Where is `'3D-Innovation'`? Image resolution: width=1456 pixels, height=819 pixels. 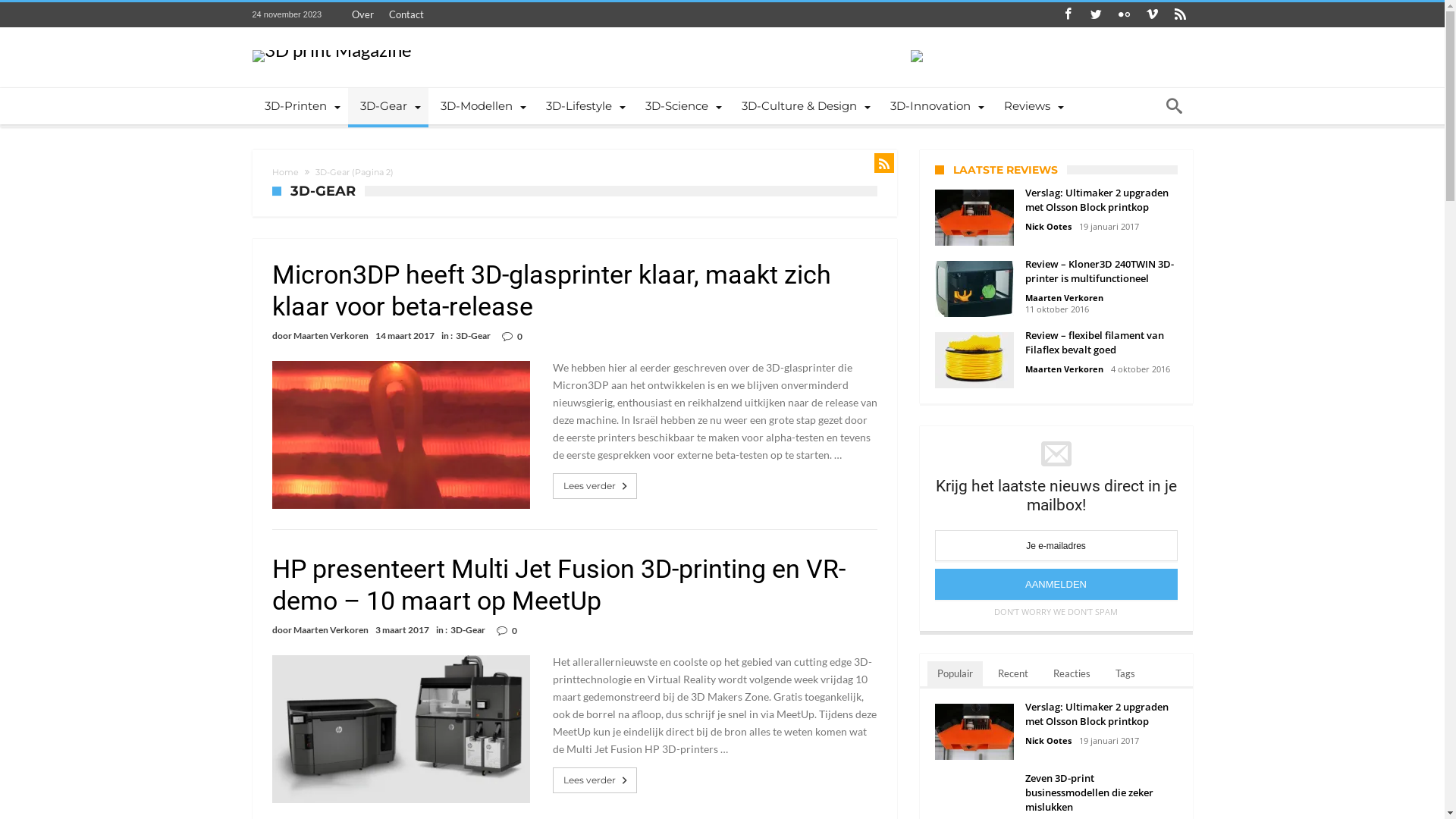 '3D-Innovation' is located at coordinates (877, 105).